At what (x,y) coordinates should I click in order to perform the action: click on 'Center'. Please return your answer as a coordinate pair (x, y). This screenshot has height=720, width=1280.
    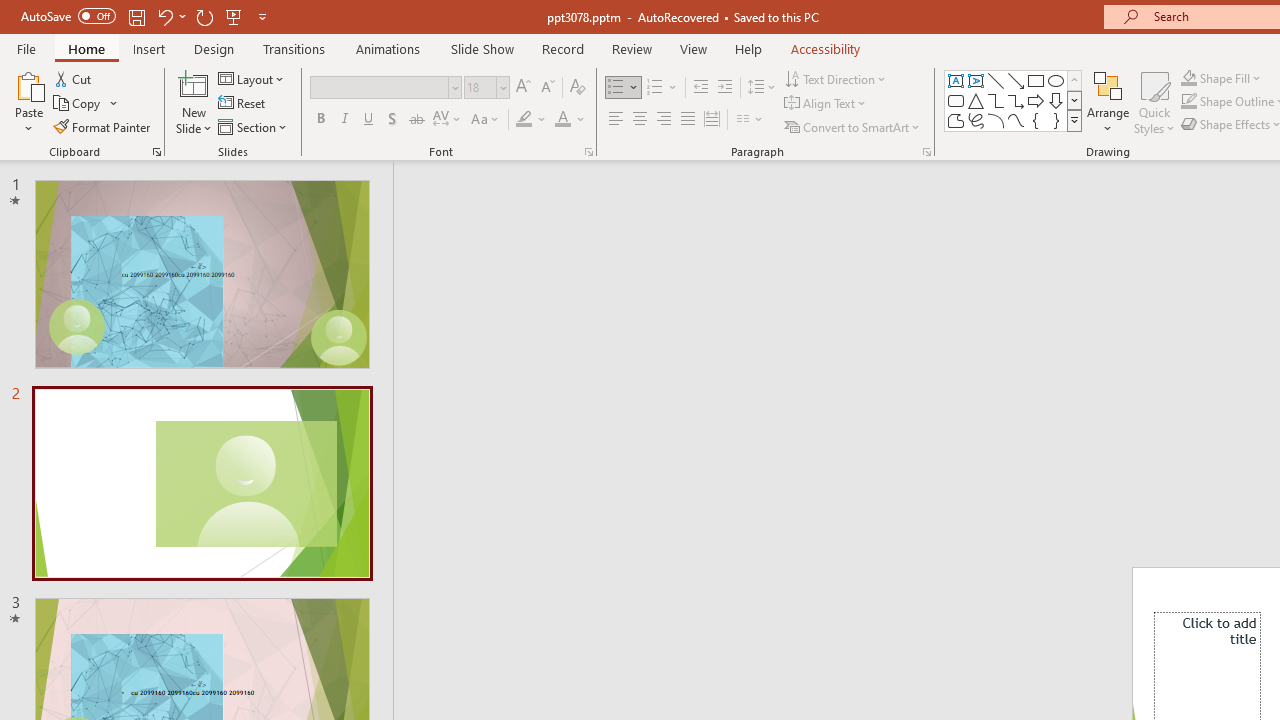
    Looking at the image, I should click on (640, 119).